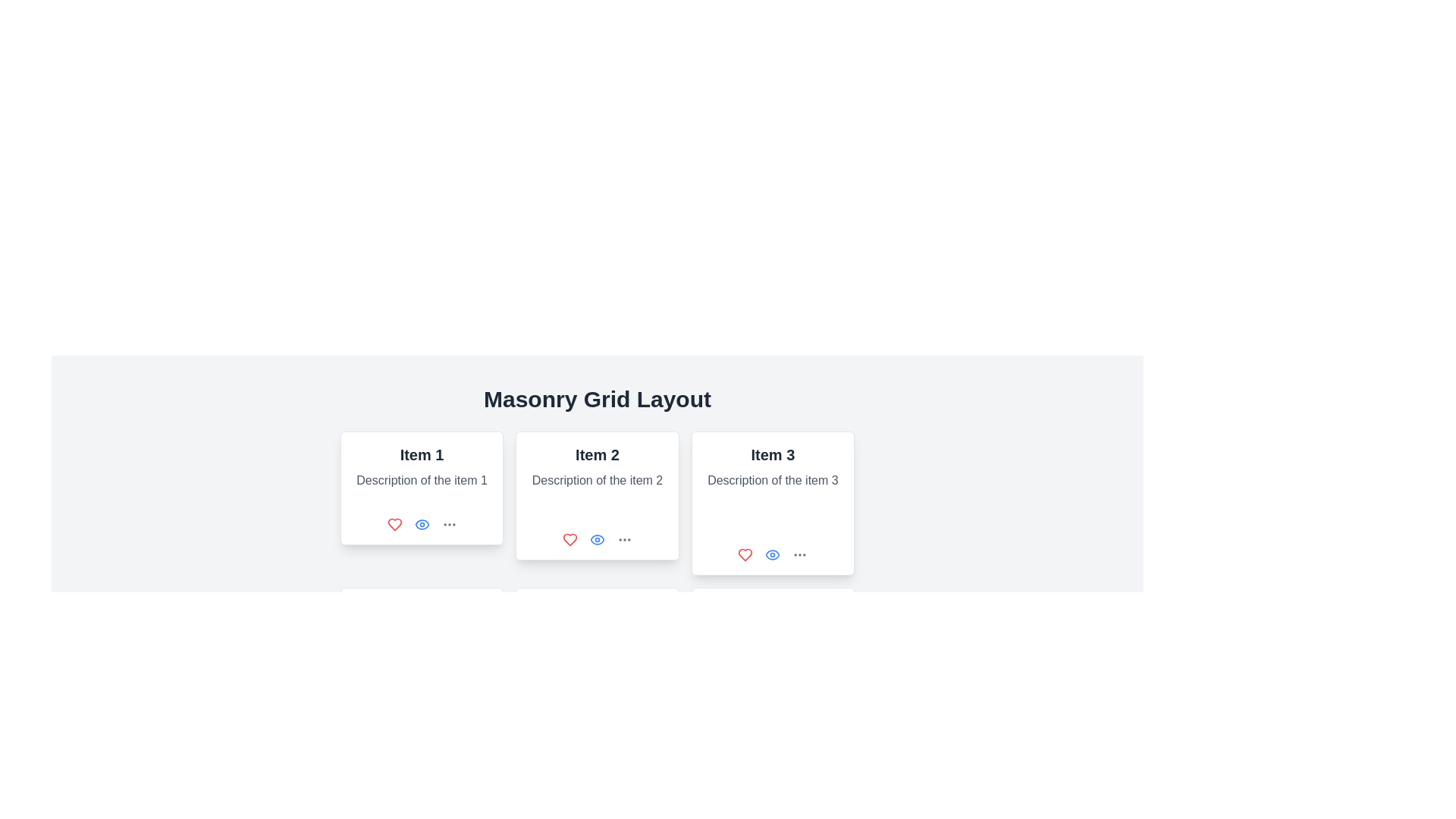  Describe the element at coordinates (596, 539) in the screenshot. I see `the blue eye icon button located at the bottom of the second card labeled 'Item 2'` at that location.